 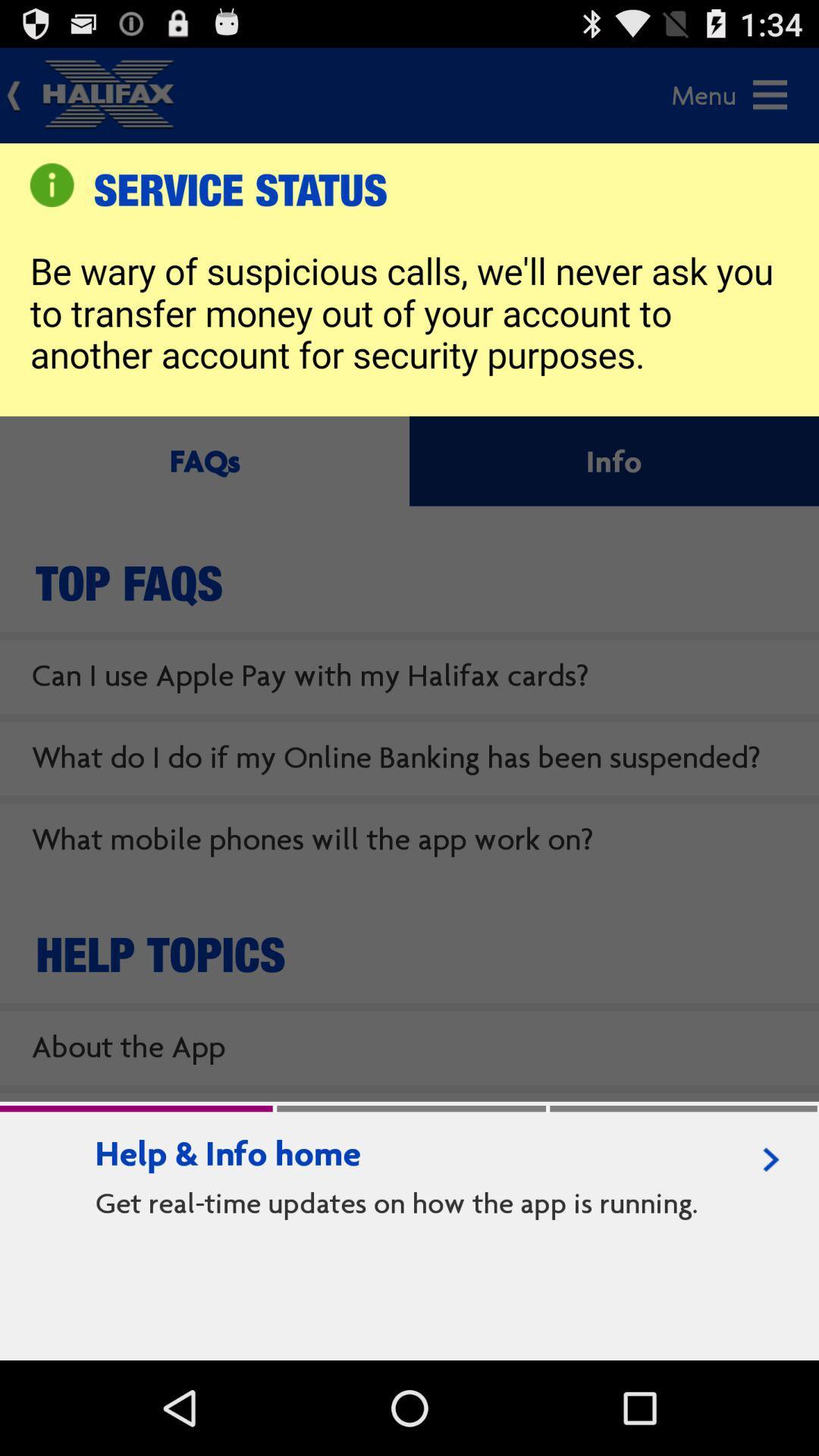 What do you see at coordinates (771, 1241) in the screenshot?
I see `the arrow_forward icon` at bounding box center [771, 1241].